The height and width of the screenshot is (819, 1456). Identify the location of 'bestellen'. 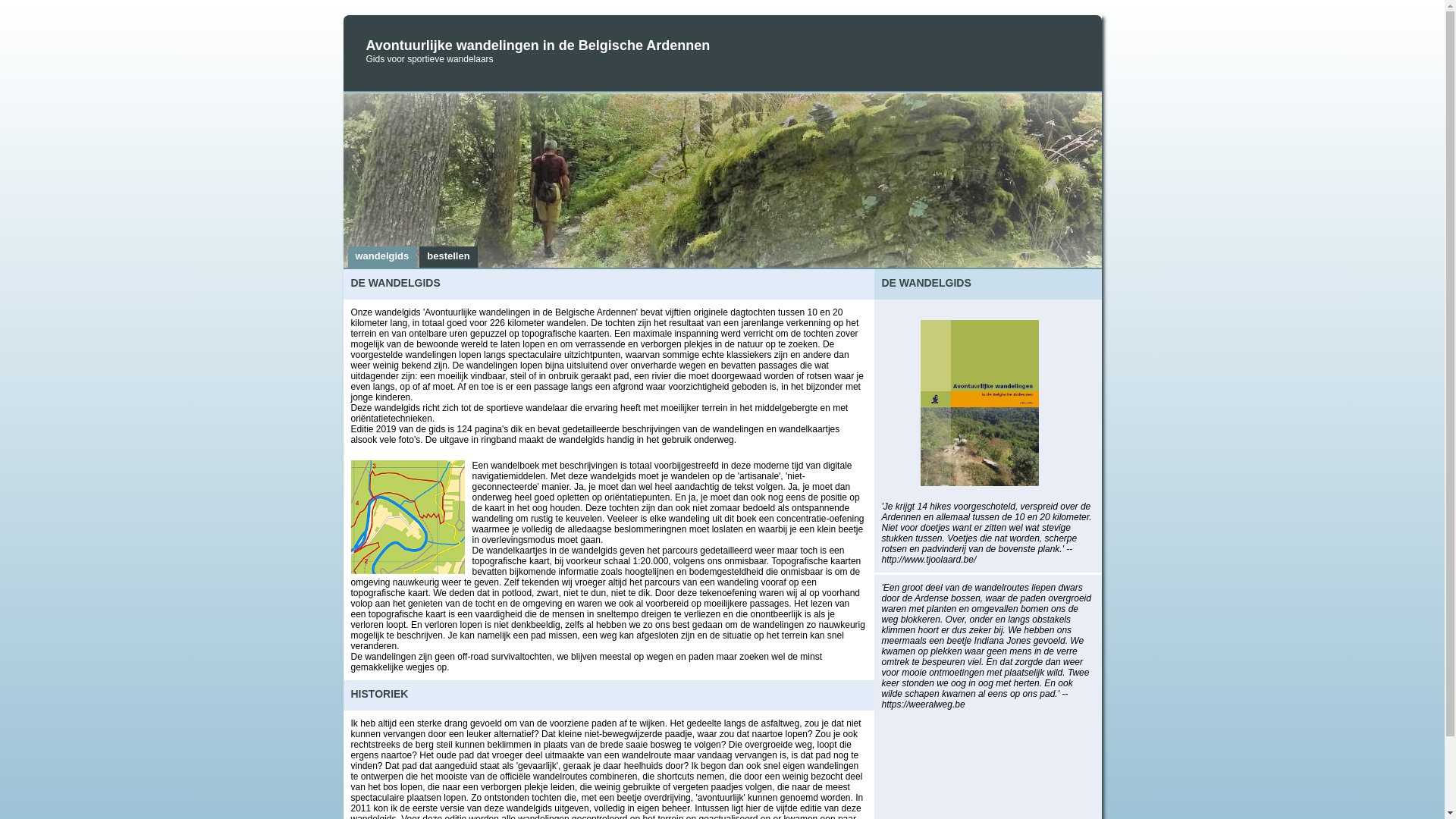
(447, 256).